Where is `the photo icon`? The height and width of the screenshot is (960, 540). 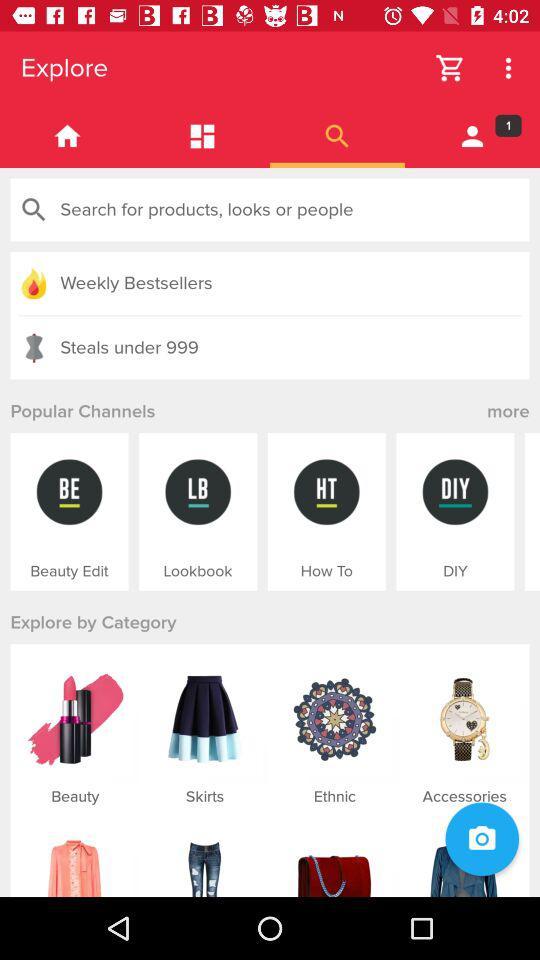 the photo icon is located at coordinates (481, 839).